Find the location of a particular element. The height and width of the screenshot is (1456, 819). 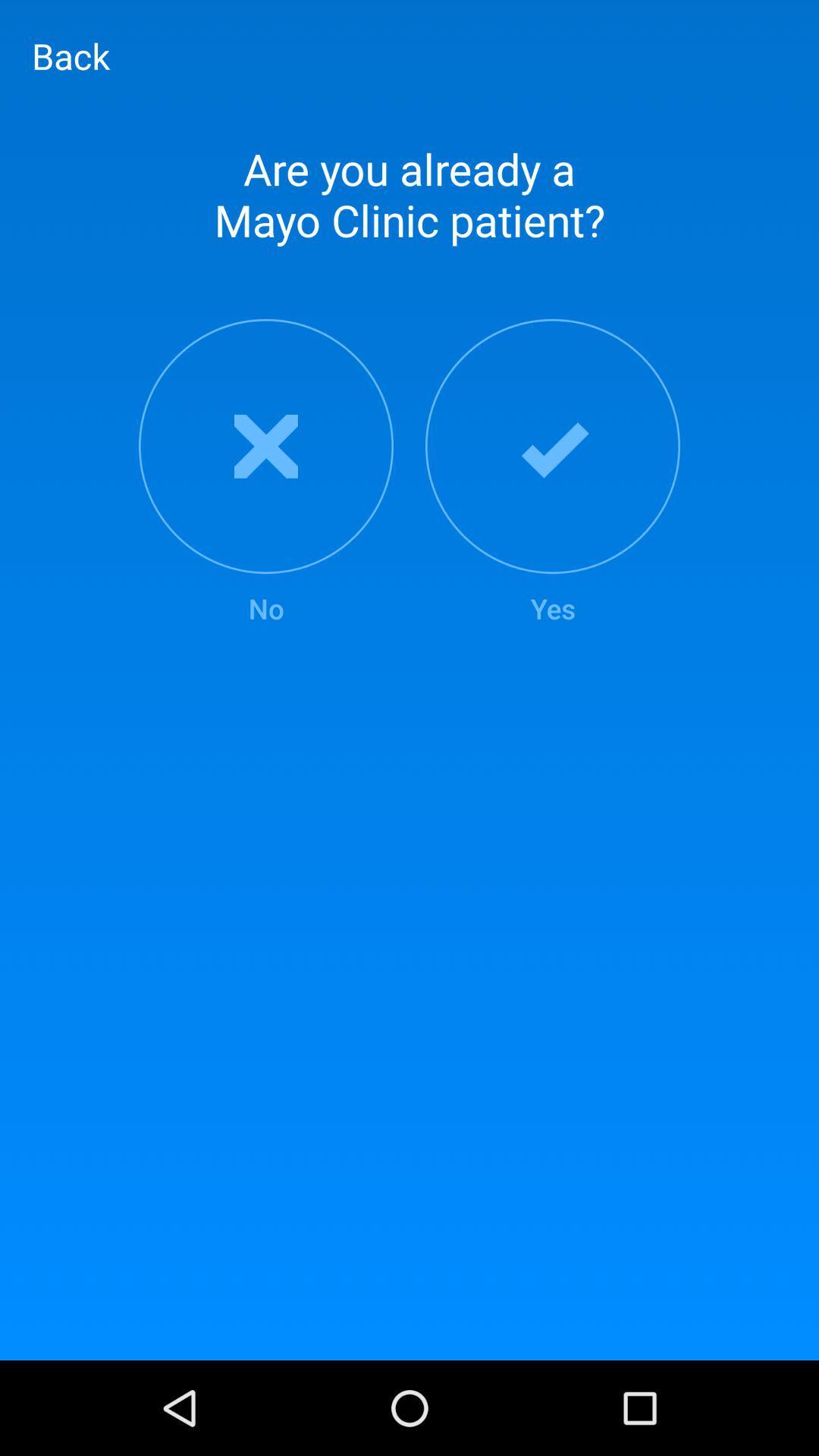

the icon above are you already icon is located at coordinates (71, 55).